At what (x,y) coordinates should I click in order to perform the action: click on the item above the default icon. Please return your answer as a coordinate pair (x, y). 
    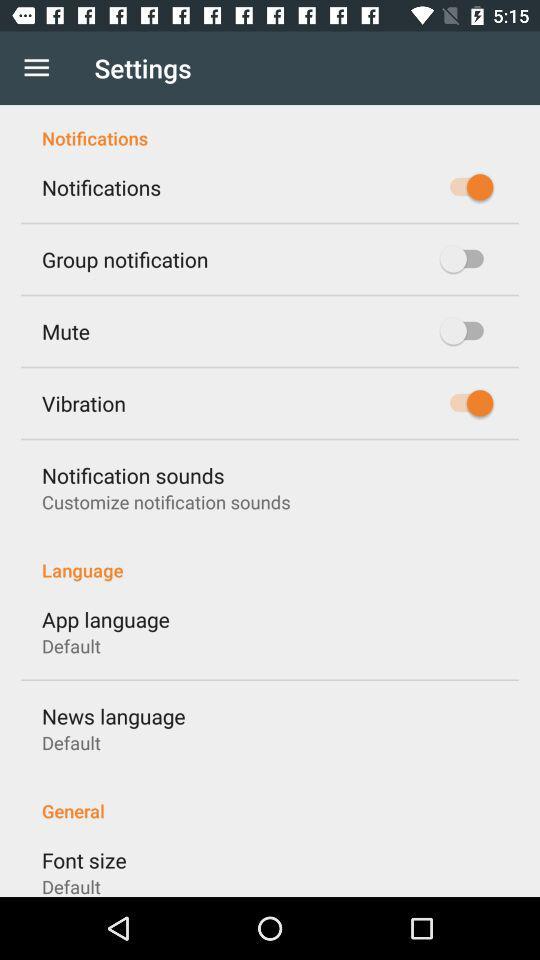
    Looking at the image, I should click on (83, 859).